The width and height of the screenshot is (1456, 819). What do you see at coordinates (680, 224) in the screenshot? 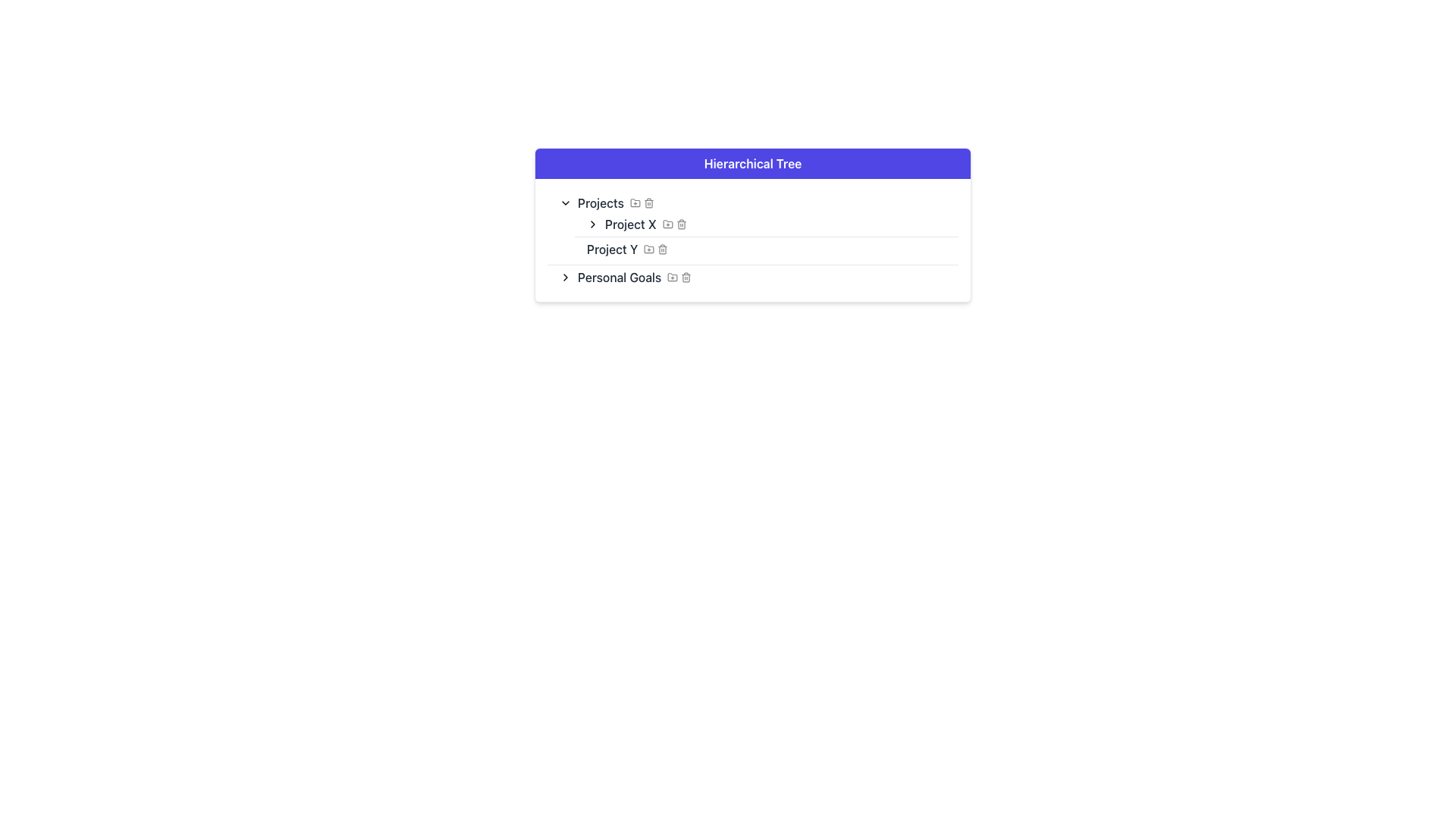
I see `the deletion icon button for 'Project X', which is the second icon from the left in the Projects section, following the folder icon` at bounding box center [680, 224].